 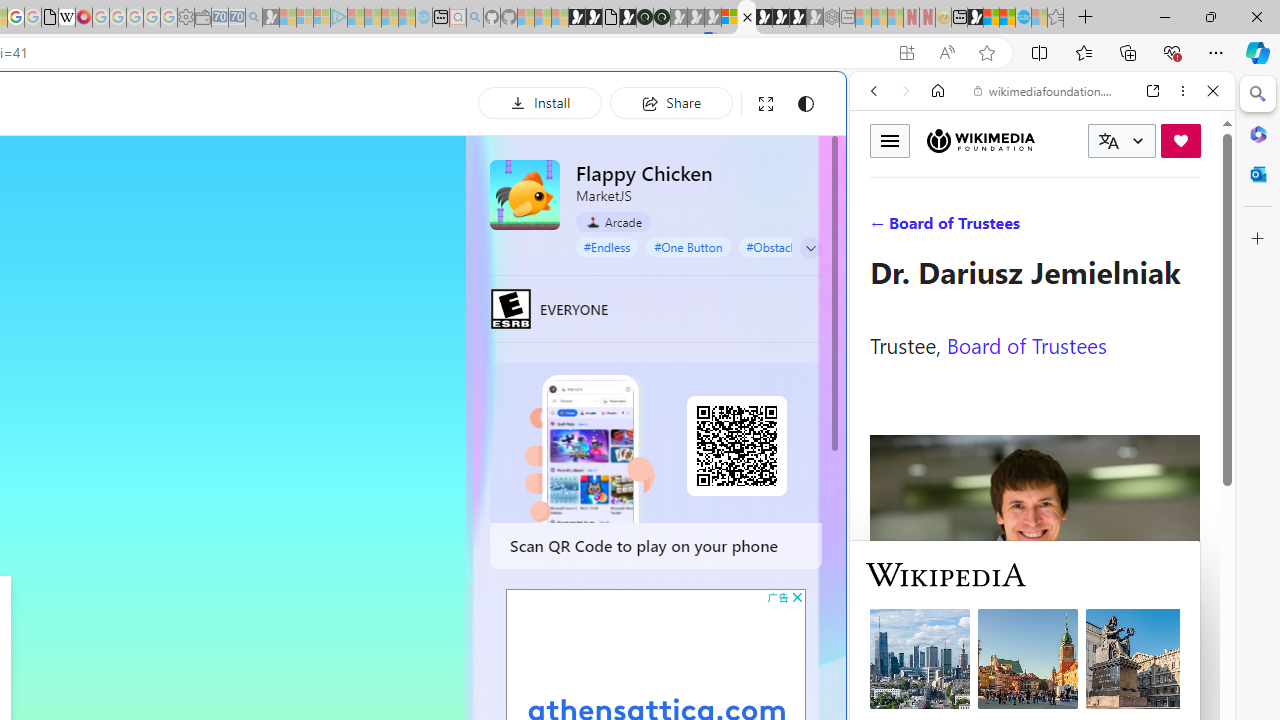 What do you see at coordinates (661, 17) in the screenshot?
I see `'Future Focus Report 2024'` at bounding box center [661, 17].